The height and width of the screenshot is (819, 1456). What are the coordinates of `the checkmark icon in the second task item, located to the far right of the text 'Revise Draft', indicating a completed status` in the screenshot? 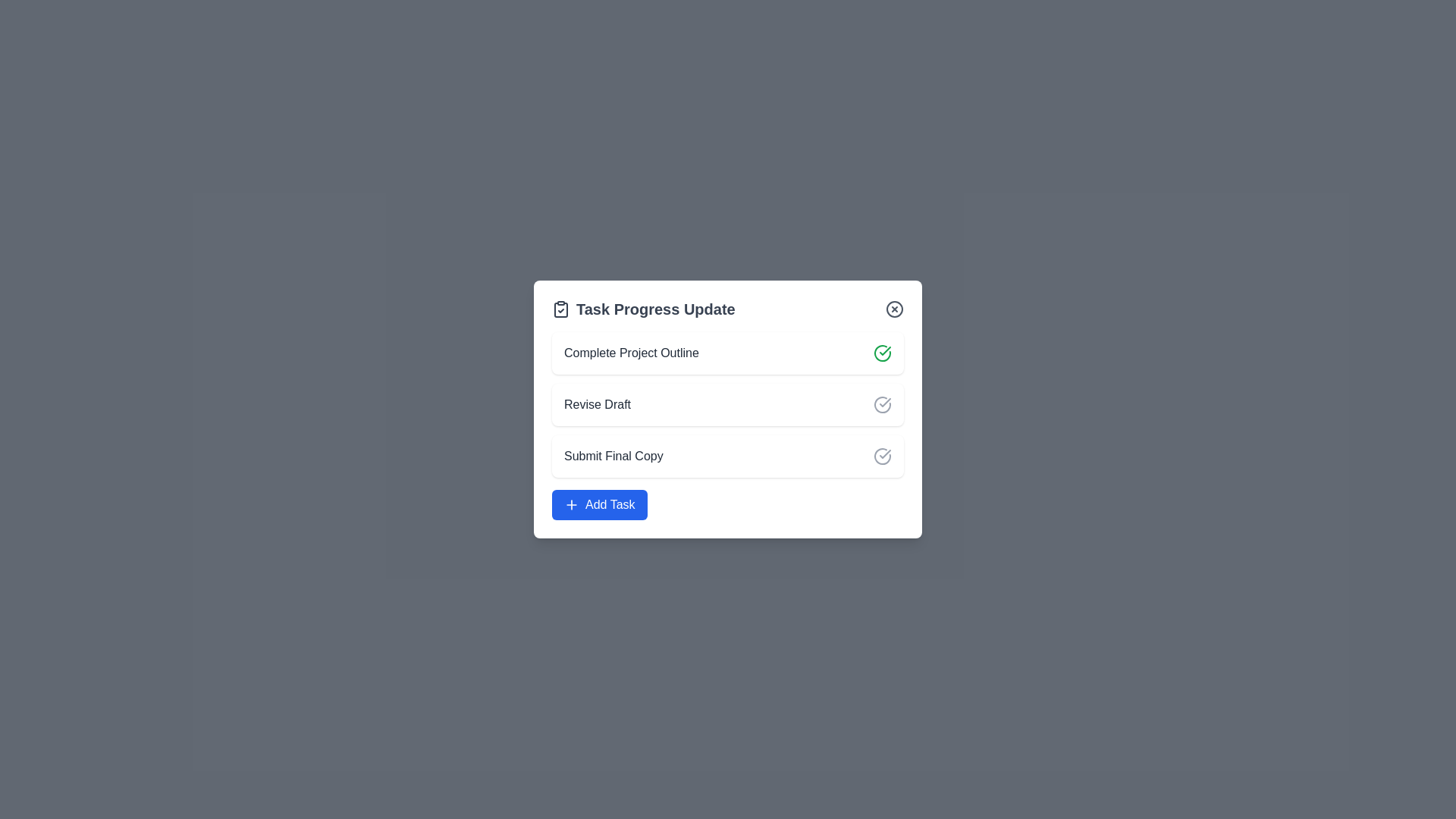 It's located at (885, 402).